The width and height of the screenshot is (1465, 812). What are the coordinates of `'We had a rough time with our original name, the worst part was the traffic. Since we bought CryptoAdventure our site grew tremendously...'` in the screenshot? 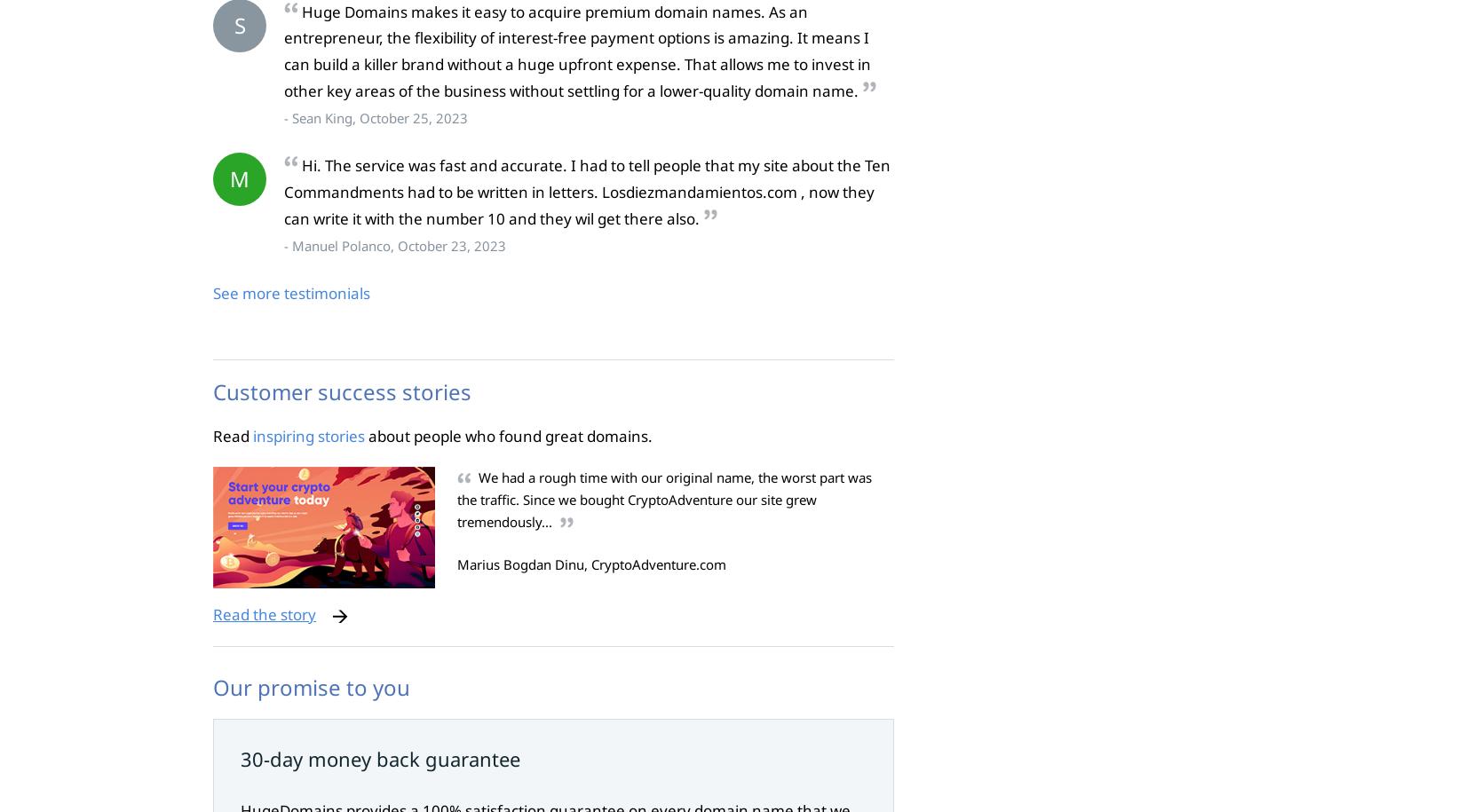 It's located at (663, 498).